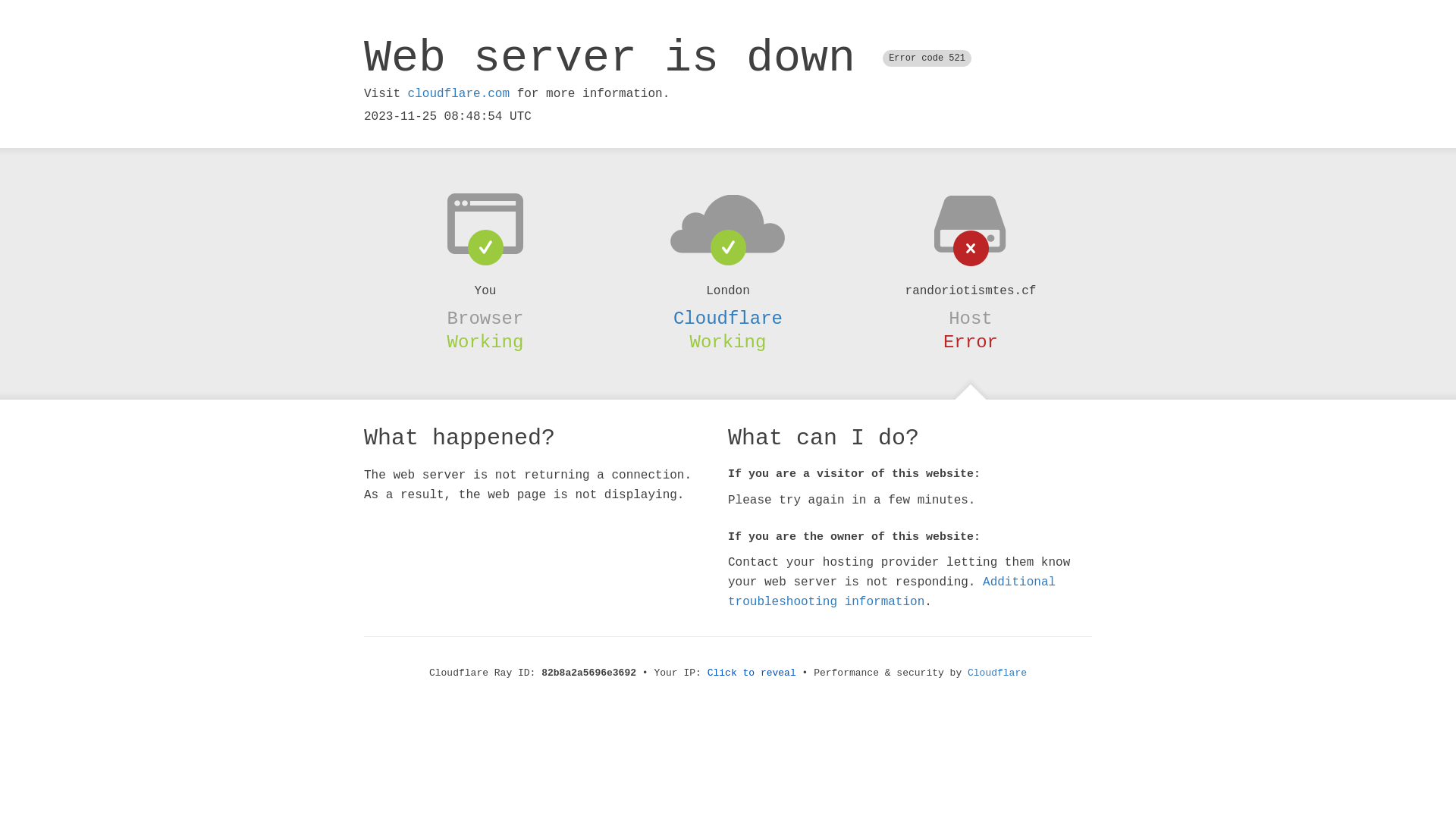 The image size is (1456, 819). I want to click on 'Cloudflare', so click(673, 318).